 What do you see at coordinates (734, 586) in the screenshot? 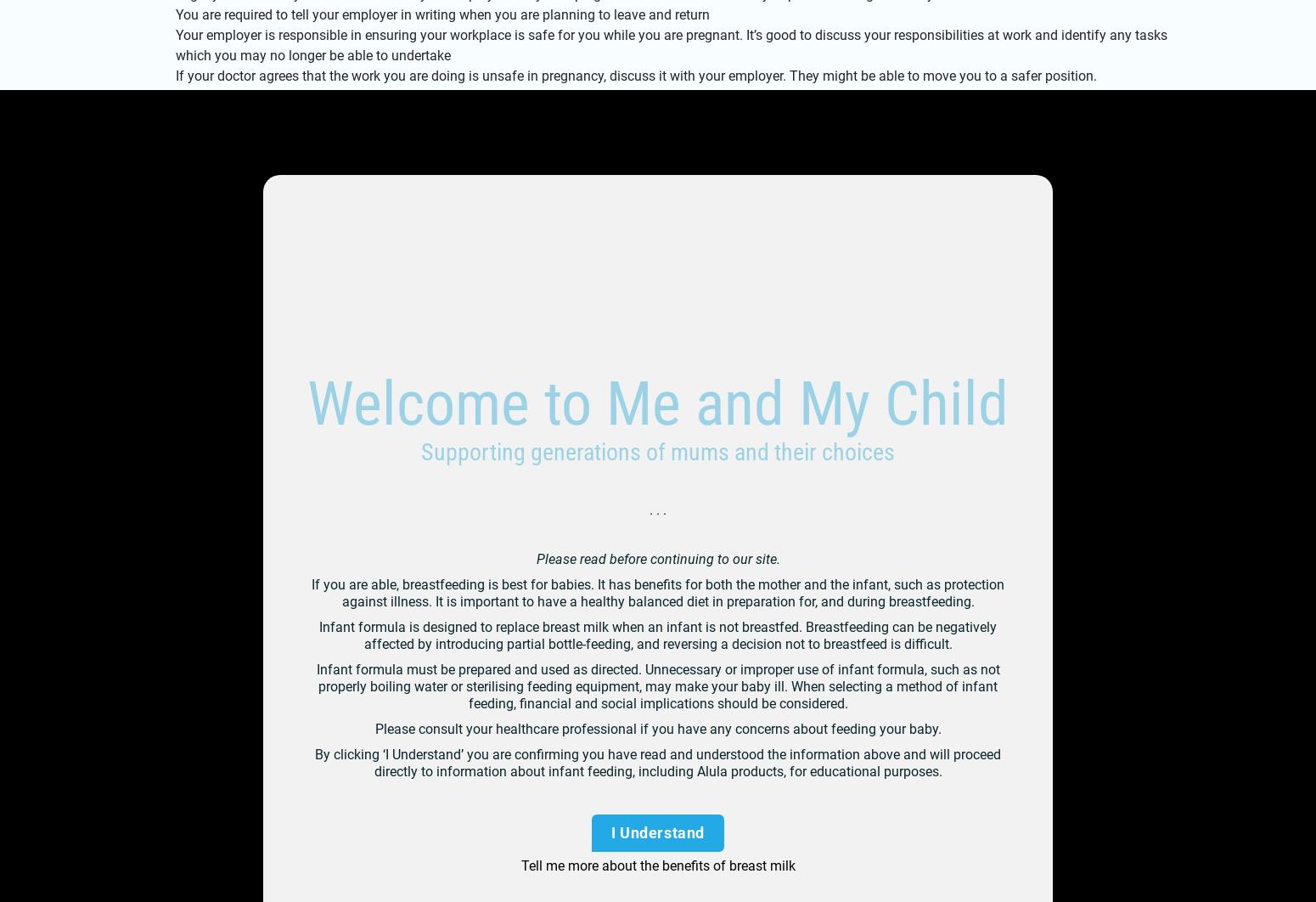
I see `'Privacy Policy'` at bounding box center [734, 586].